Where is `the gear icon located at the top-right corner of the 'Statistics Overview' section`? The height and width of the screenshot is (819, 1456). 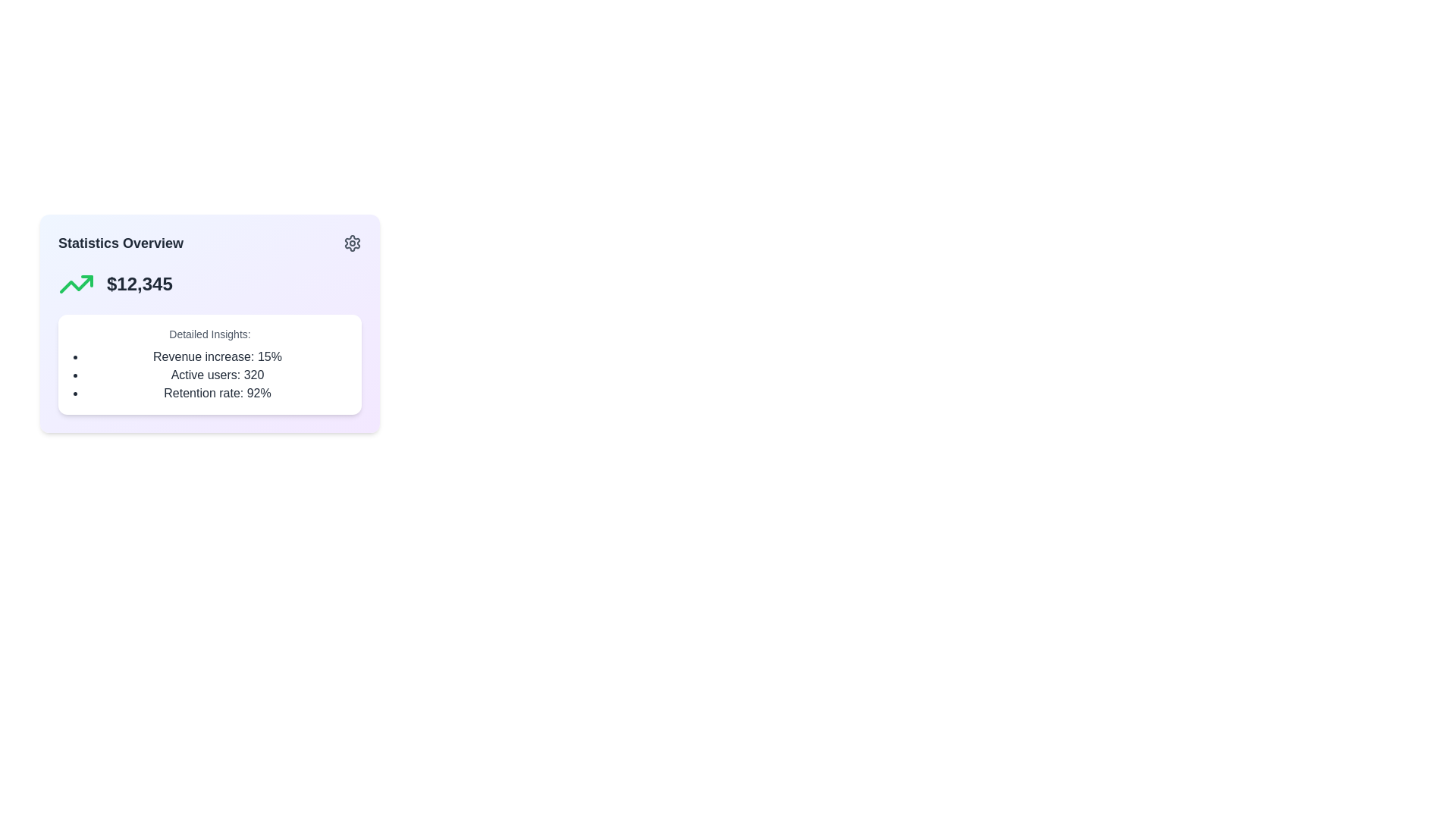 the gear icon located at the top-right corner of the 'Statistics Overview' section is located at coordinates (352, 242).